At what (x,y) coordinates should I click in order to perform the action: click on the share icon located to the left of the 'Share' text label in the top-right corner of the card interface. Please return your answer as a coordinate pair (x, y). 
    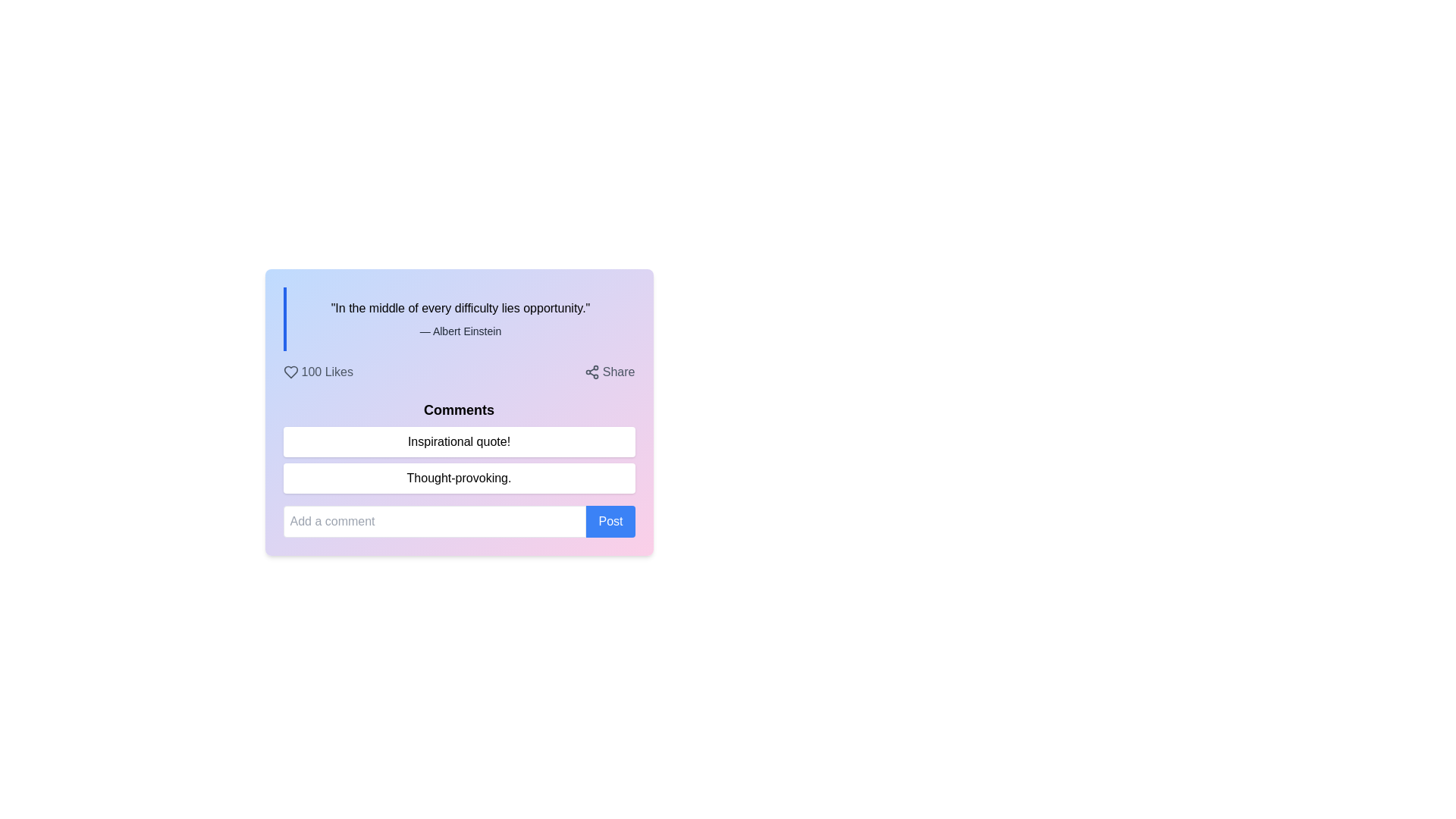
    Looking at the image, I should click on (591, 372).